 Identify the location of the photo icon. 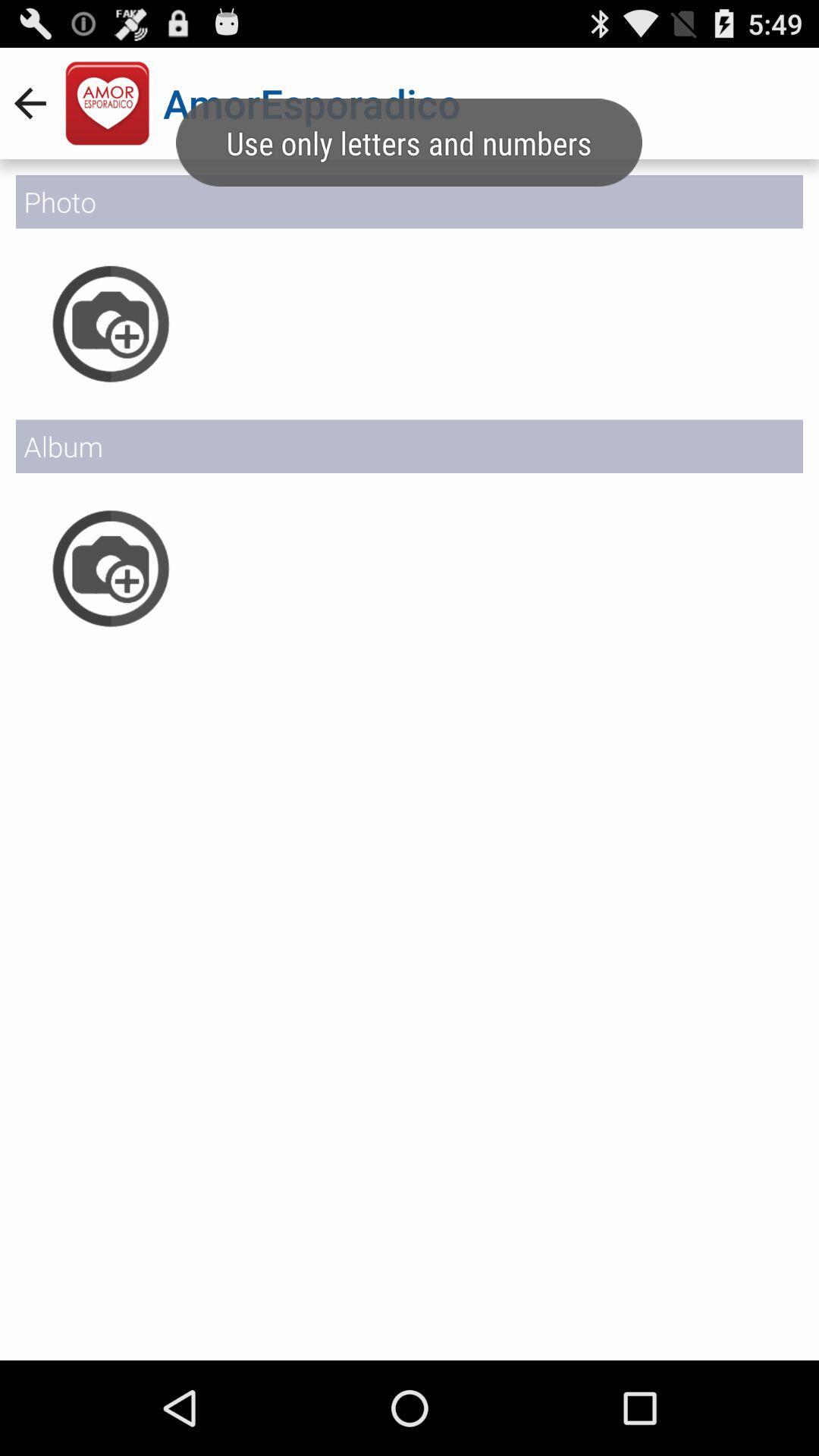
(110, 346).